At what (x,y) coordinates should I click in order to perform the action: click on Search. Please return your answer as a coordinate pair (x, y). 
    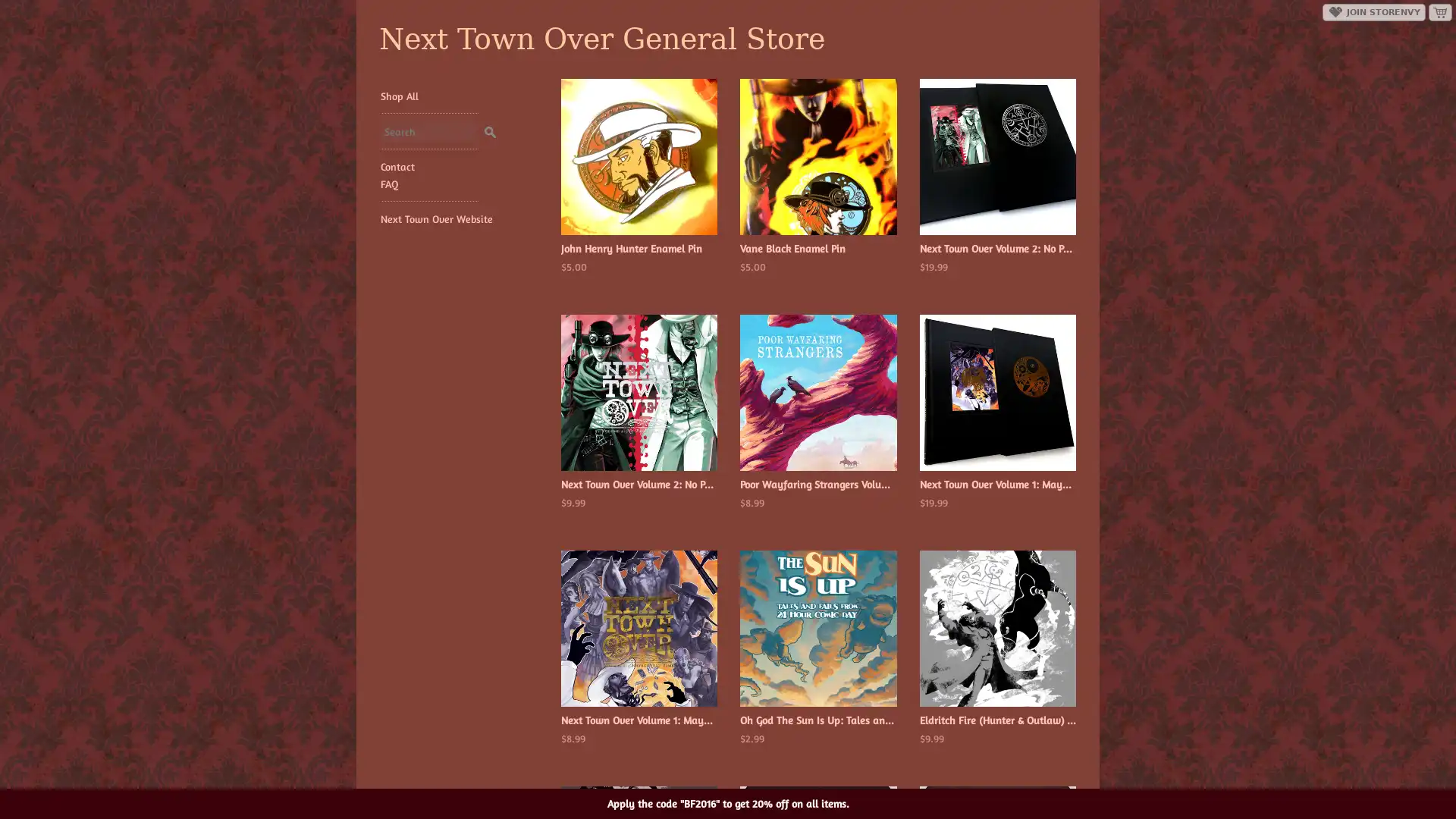
    Looking at the image, I should click on (489, 128).